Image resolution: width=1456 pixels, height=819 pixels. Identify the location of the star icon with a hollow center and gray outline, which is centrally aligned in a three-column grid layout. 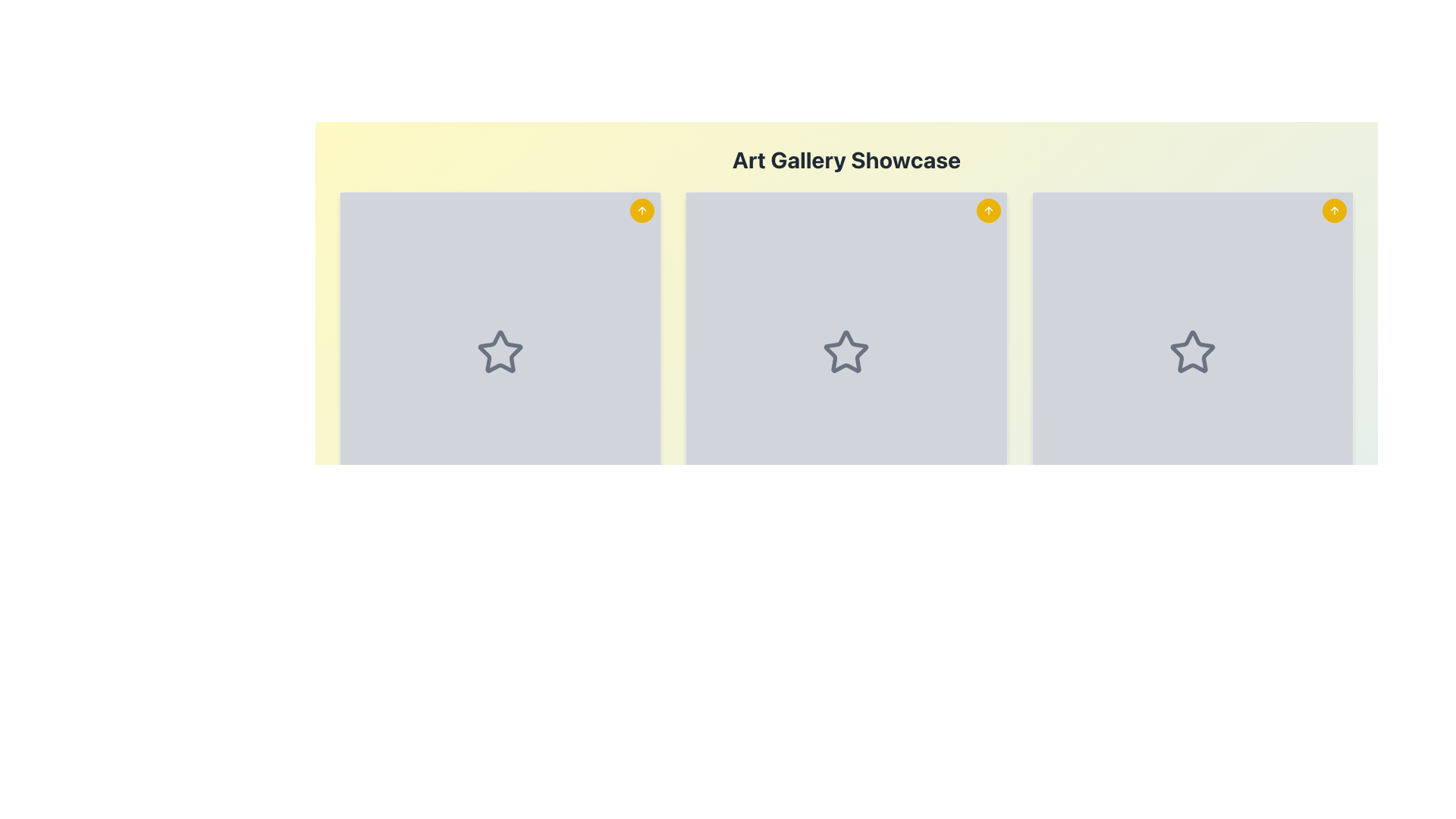
(846, 353).